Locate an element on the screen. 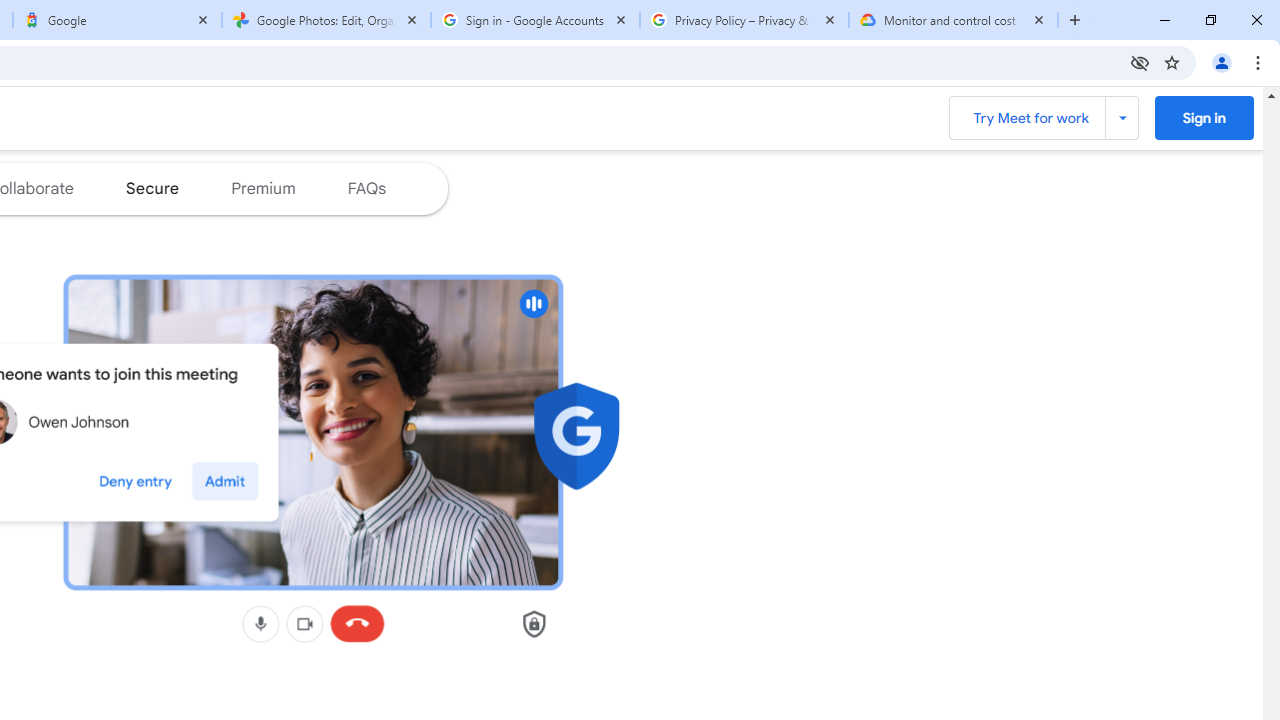  'Try Meet for work' is located at coordinates (1042, 118).